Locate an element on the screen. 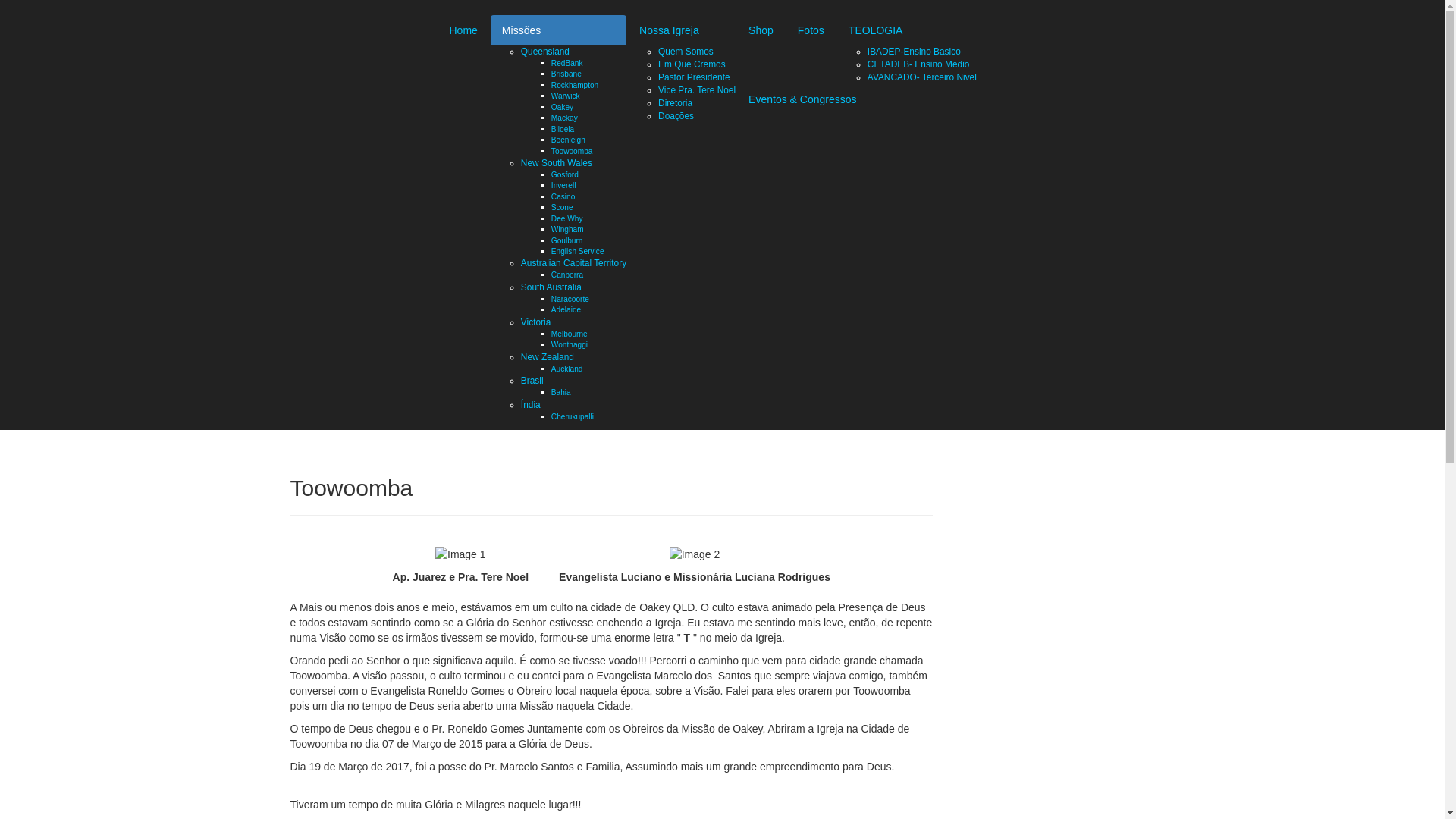 The image size is (1456, 819). 'Cherukupalli' is located at coordinates (550, 416).